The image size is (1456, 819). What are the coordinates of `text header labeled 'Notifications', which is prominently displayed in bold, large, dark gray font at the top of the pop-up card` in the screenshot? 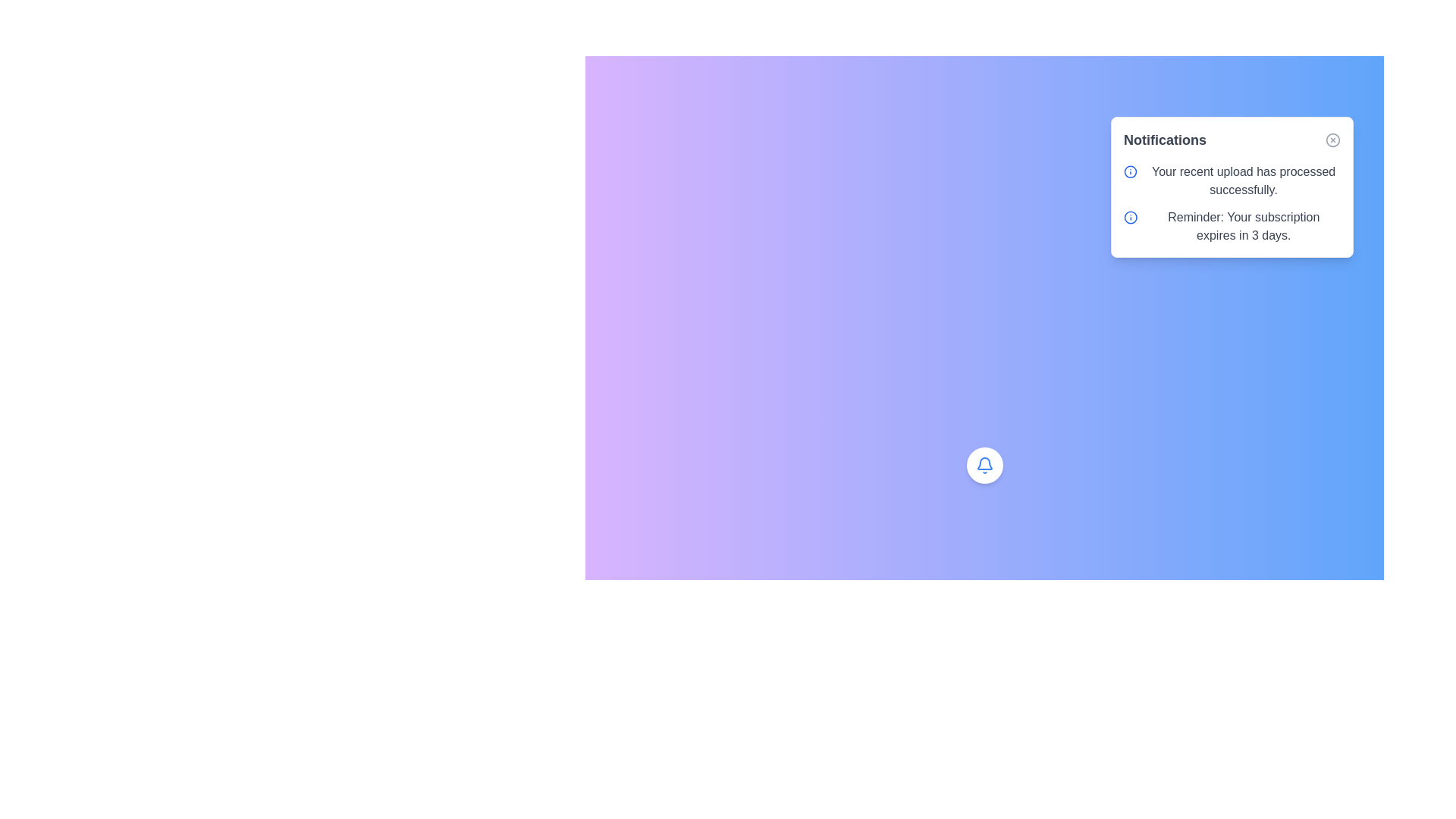 It's located at (1164, 140).